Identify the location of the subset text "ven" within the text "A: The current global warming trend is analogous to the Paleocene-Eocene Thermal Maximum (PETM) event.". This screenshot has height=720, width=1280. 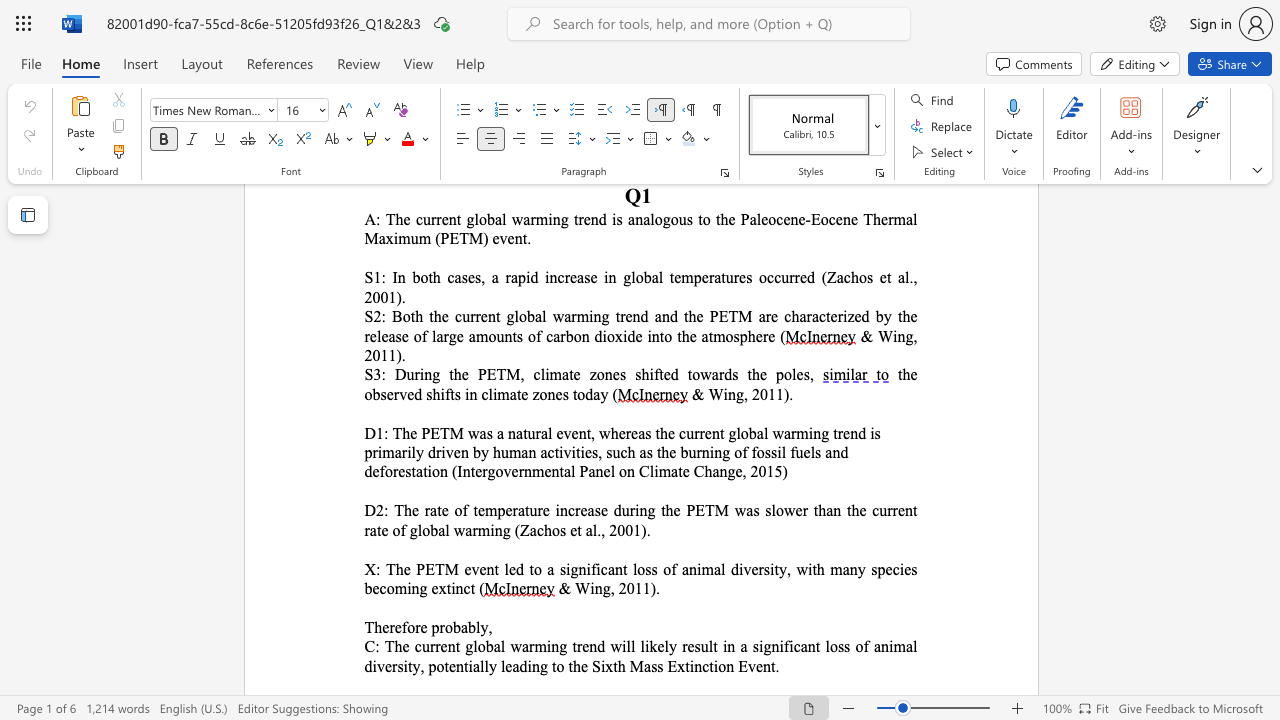
(499, 237).